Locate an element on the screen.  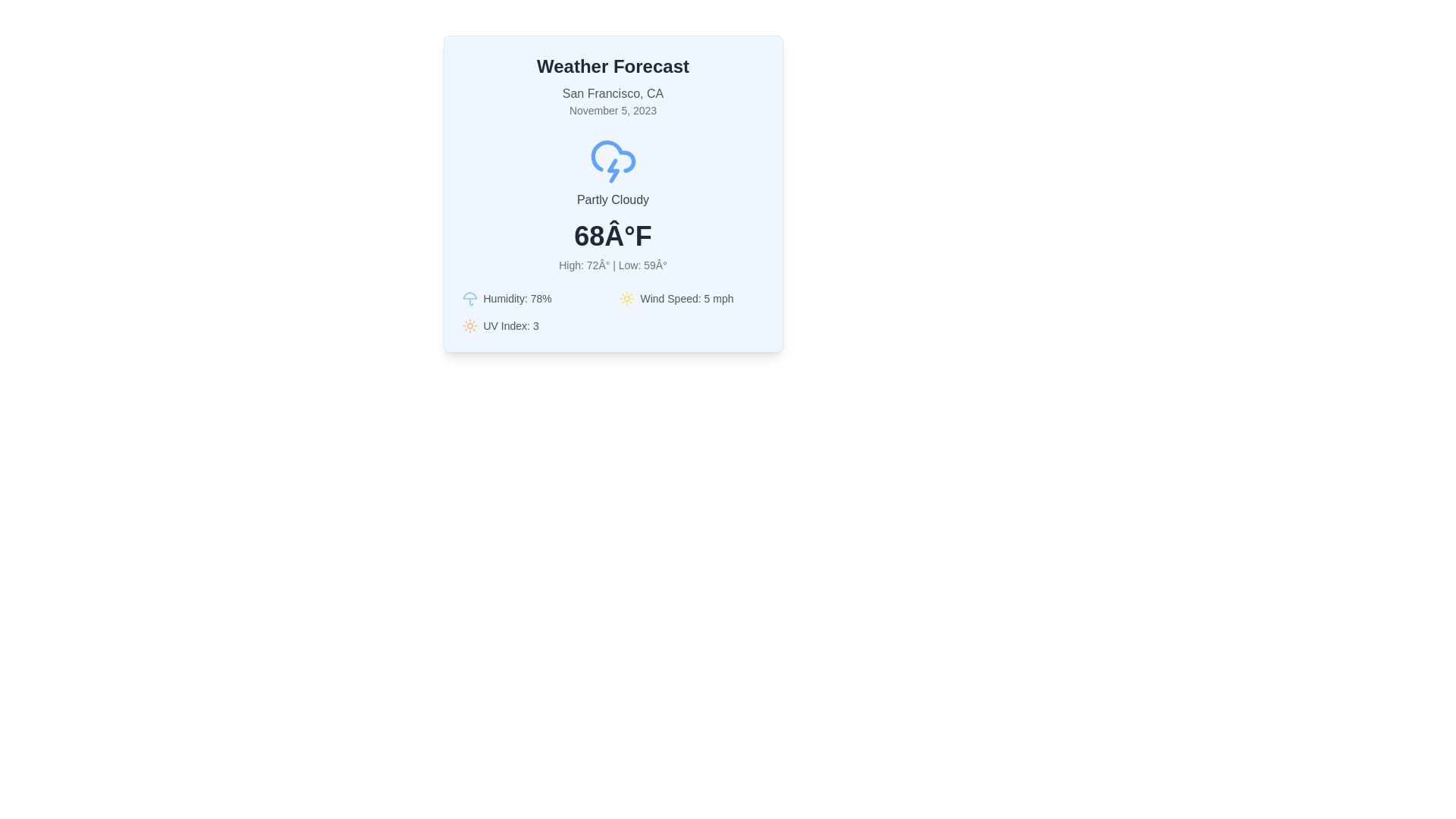
the text element that communicates the forecasted high and low temperatures for the day, positioned beneath the '68°F' element and horizontally centered within the card is located at coordinates (613, 265).